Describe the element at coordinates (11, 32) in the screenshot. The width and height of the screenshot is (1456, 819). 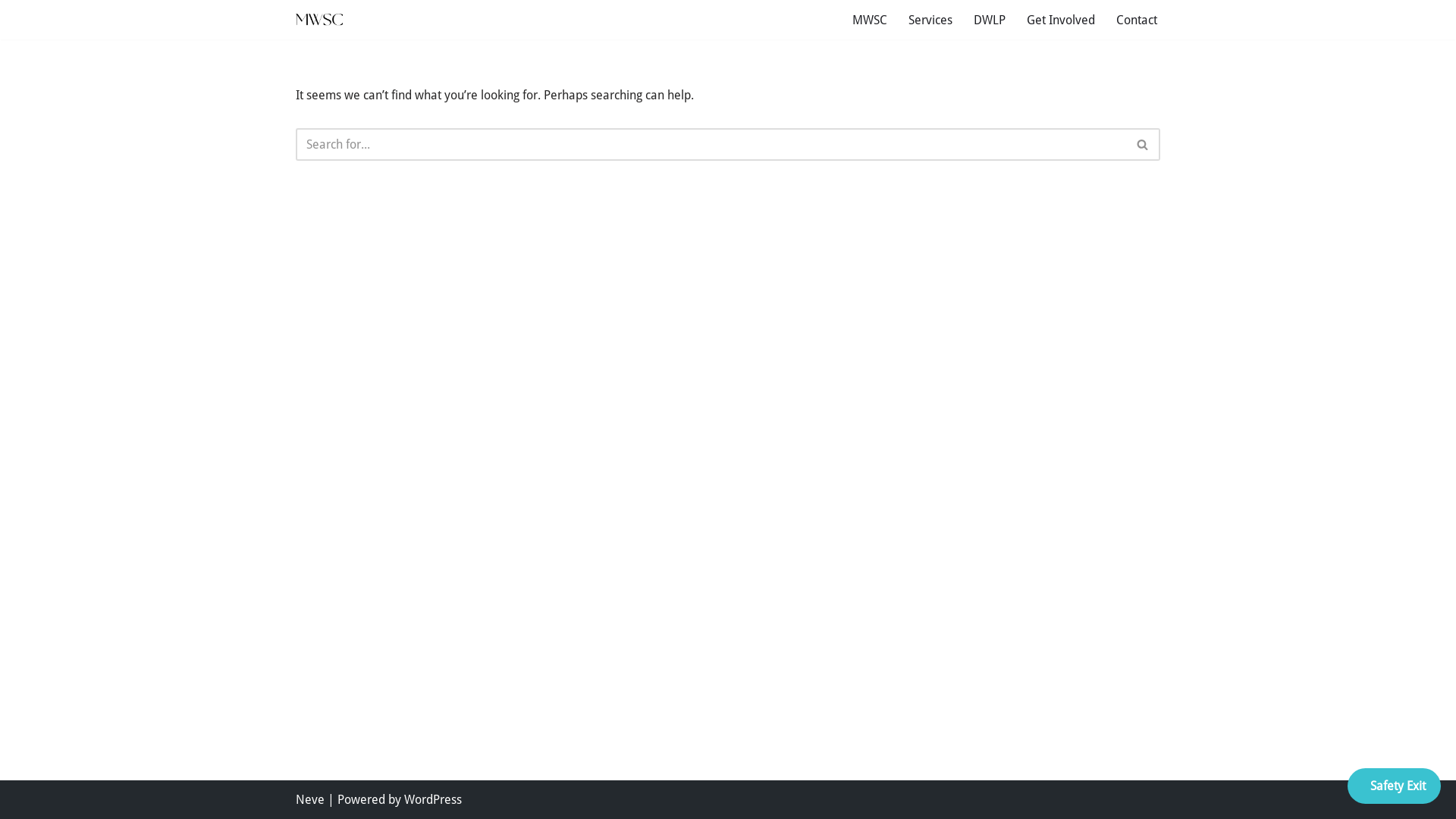
I see `'Skip to content'` at that location.